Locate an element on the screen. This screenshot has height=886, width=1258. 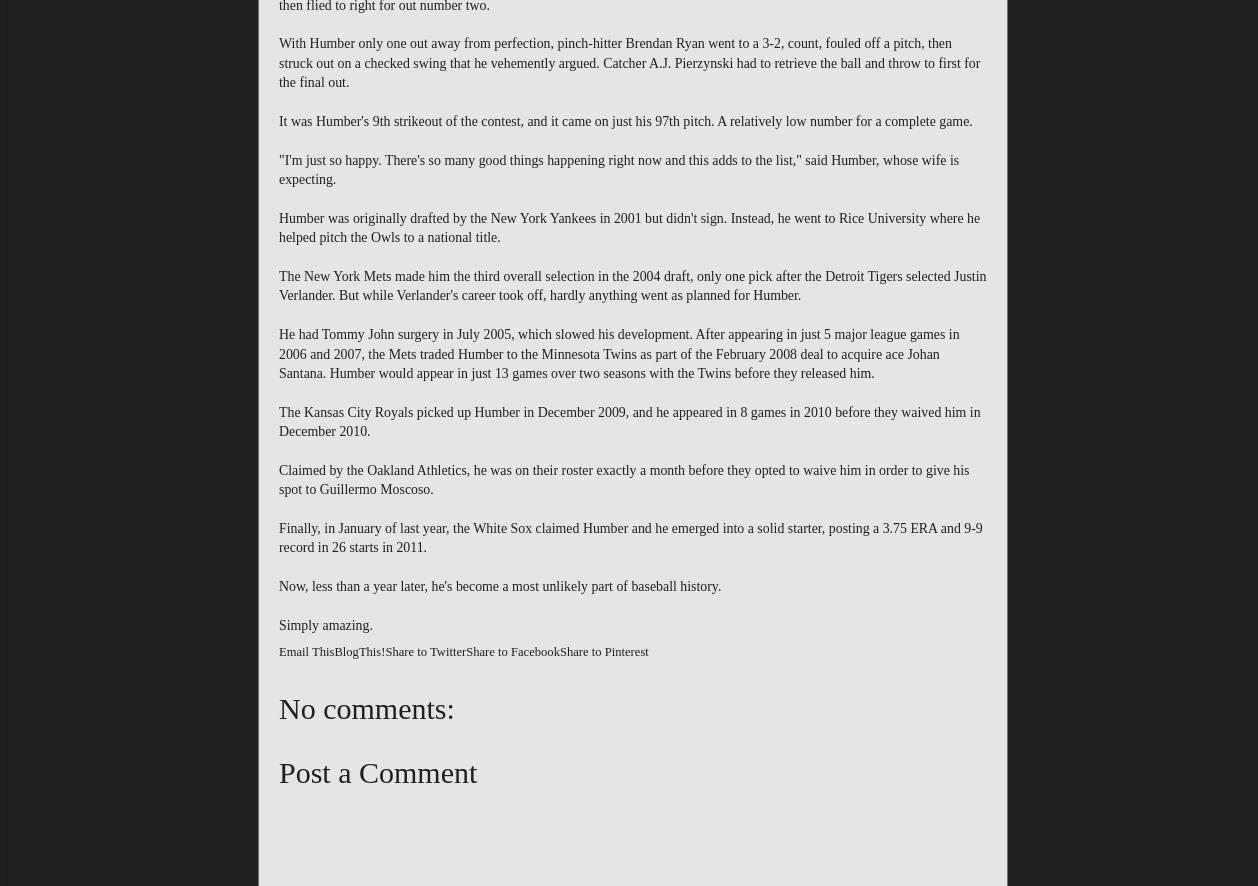
'BlogThis!' is located at coordinates (358, 651).